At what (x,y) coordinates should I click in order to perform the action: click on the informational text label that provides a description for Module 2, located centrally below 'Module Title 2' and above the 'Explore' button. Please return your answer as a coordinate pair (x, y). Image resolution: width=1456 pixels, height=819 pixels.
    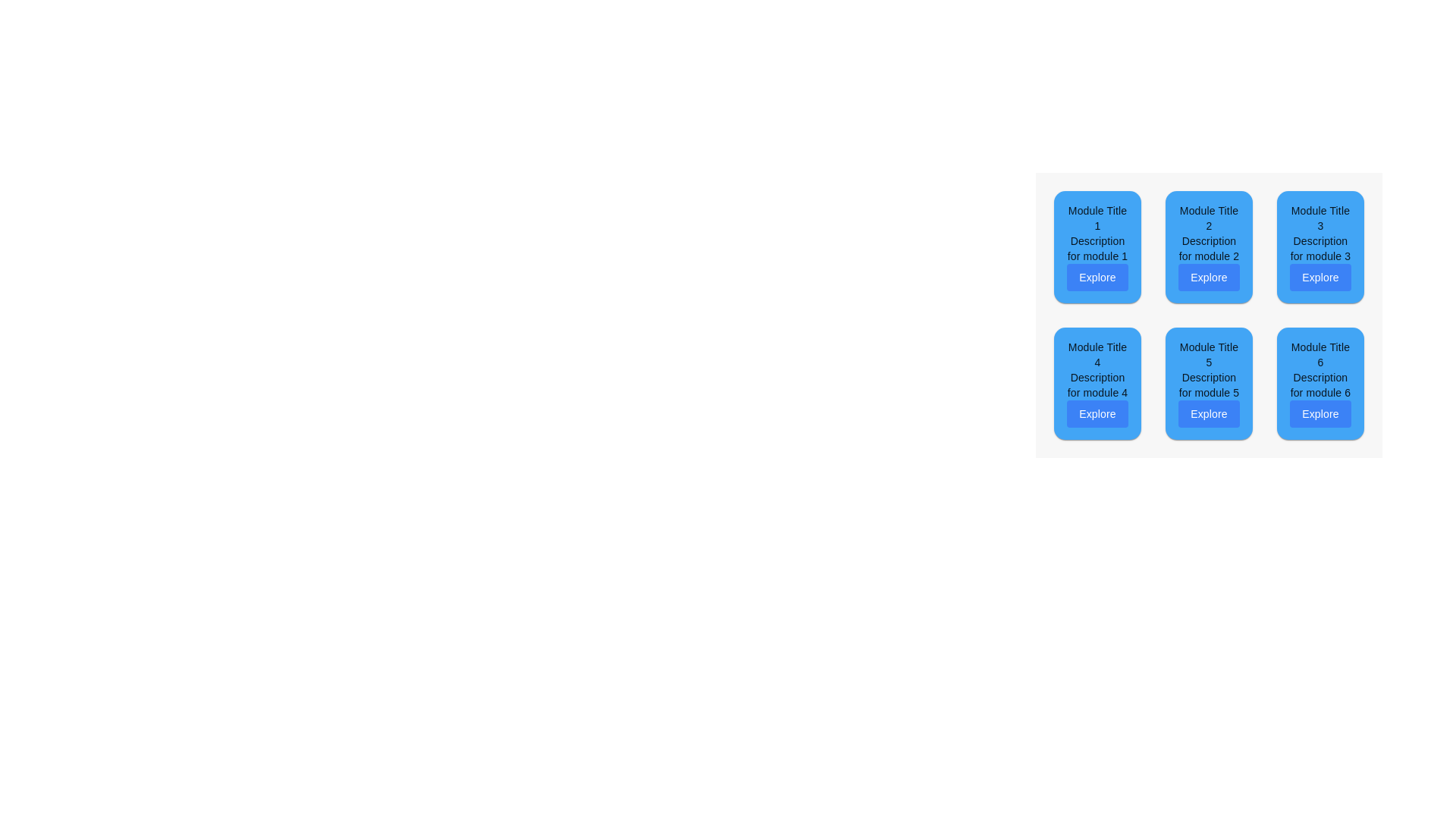
    Looking at the image, I should click on (1208, 248).